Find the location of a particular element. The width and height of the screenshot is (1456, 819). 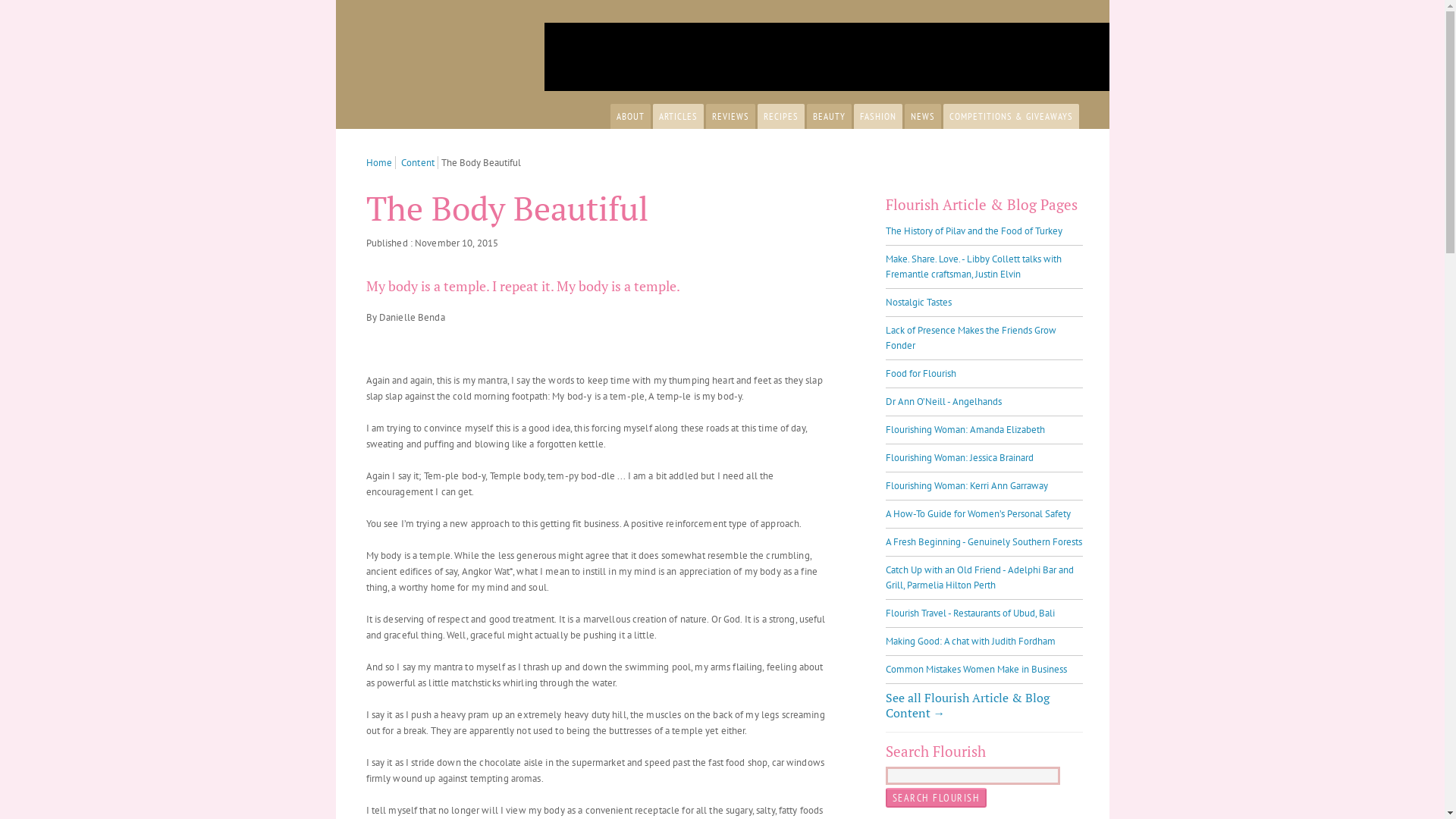

'Flourish Travel - Restaurants of Ubud, Bali' is located at coordinates (969, 612).